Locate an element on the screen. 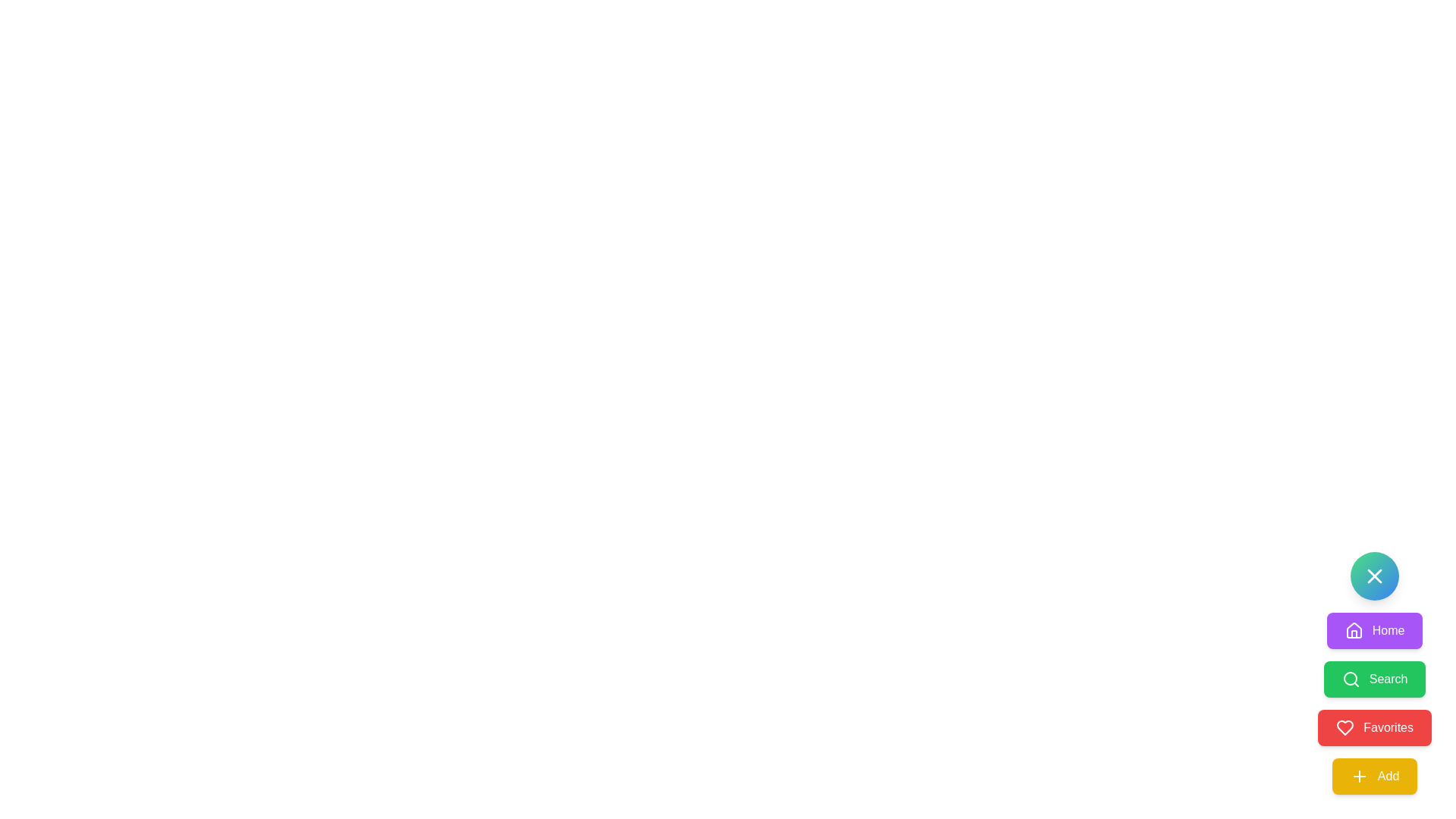 The image size is (1456, 819). the small X-shaped icon rendered in white over a gradient background is located at coordinates (1375, 576).